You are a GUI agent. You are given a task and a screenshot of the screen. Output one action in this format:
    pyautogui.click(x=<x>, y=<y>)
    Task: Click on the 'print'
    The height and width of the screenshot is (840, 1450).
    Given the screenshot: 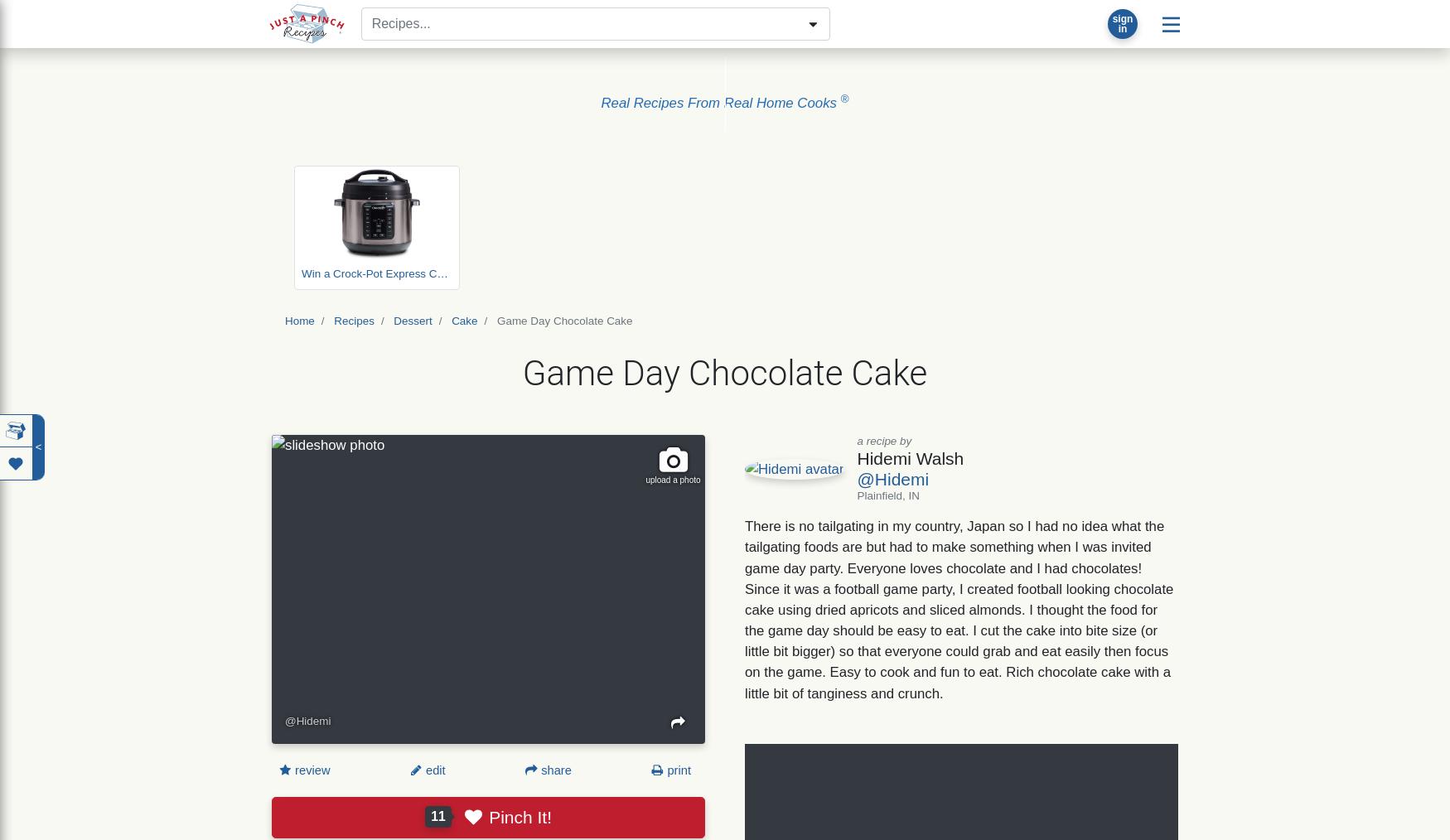 What is the action you would take?
    pyautogui.click(x=662, y=769)
    